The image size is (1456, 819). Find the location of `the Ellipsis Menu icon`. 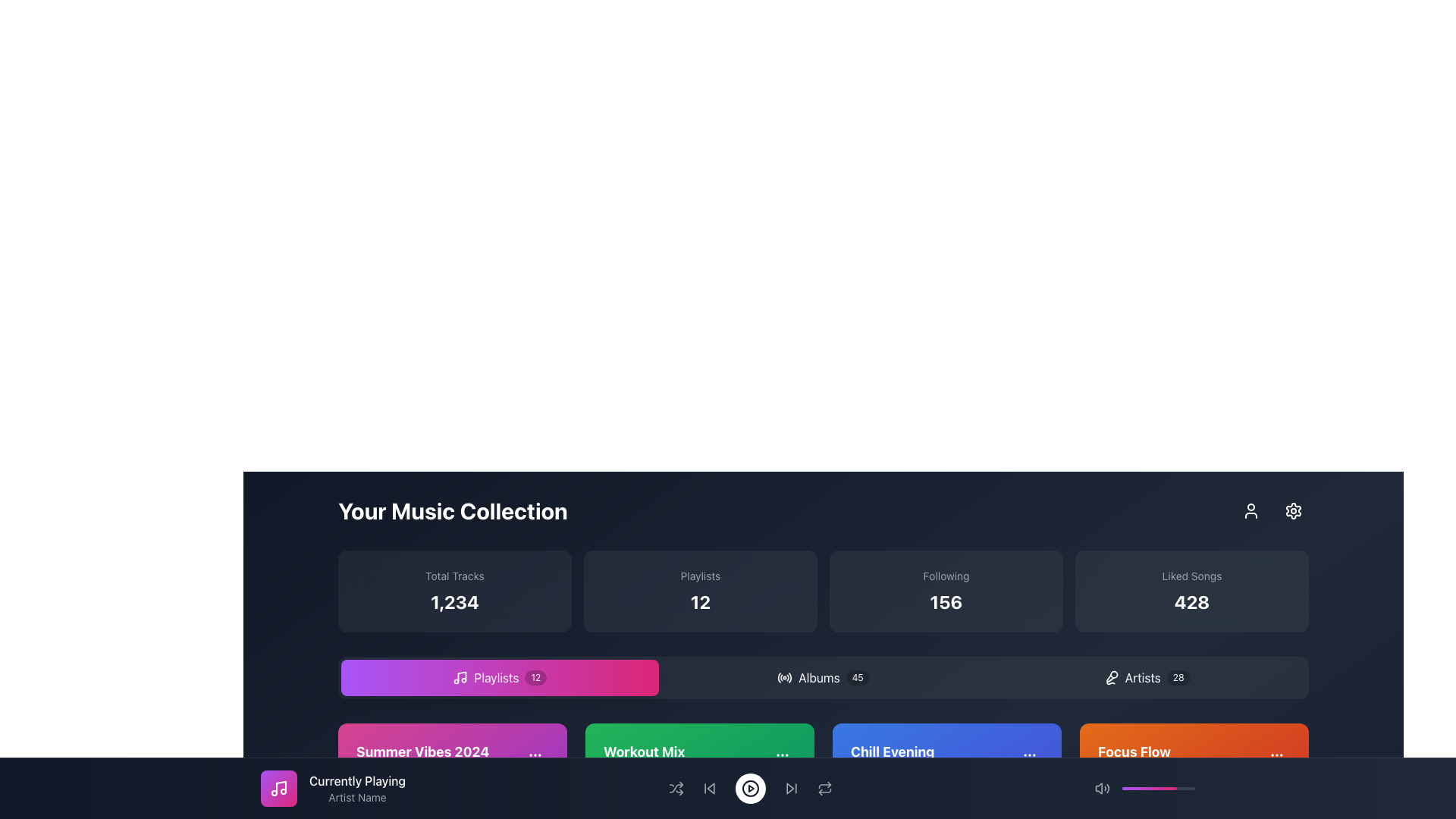

the Ellipsis Menu icon is located at coordinates (1030, 755).